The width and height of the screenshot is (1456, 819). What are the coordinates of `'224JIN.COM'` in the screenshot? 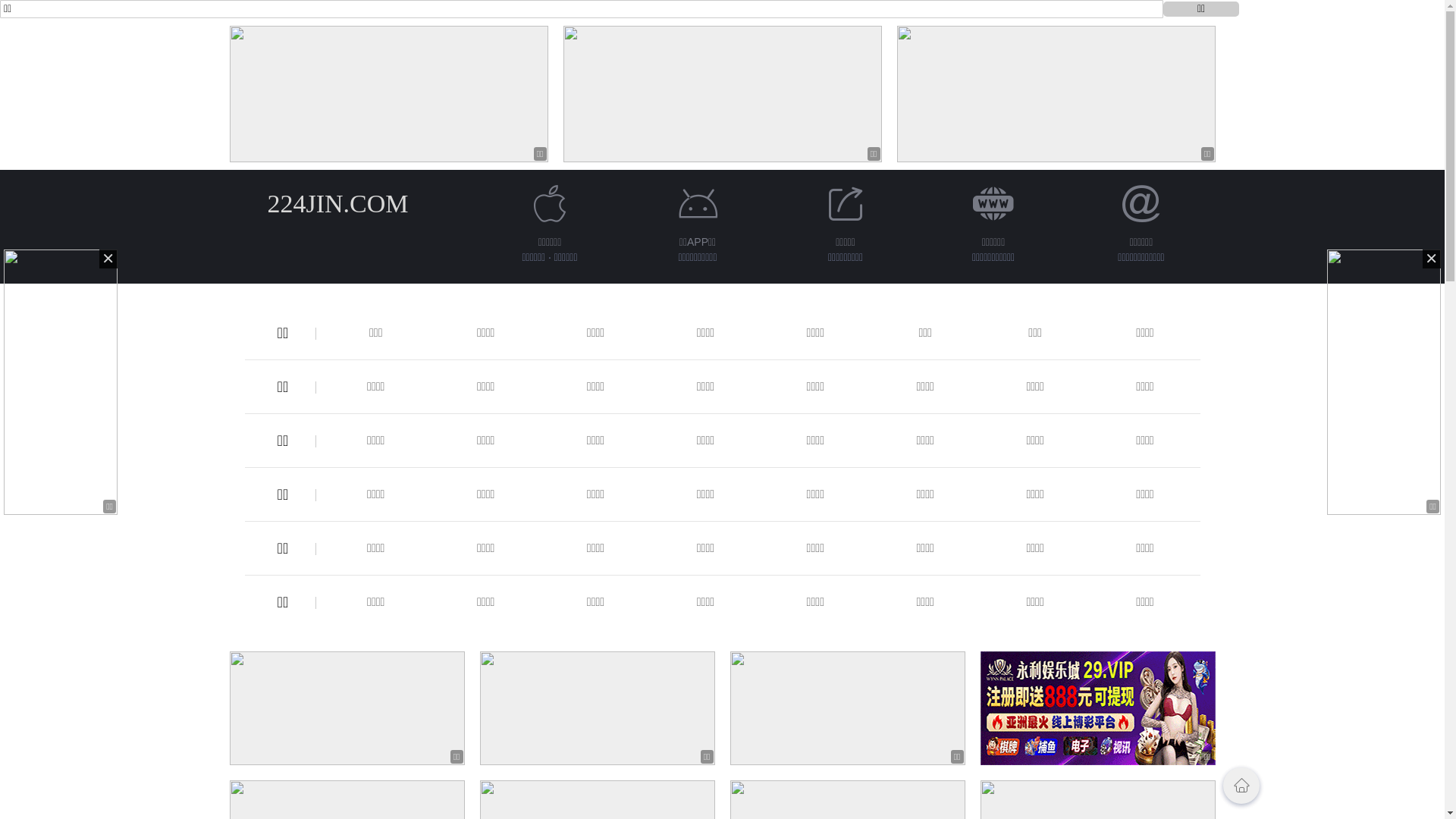 It's located at (337, 202).